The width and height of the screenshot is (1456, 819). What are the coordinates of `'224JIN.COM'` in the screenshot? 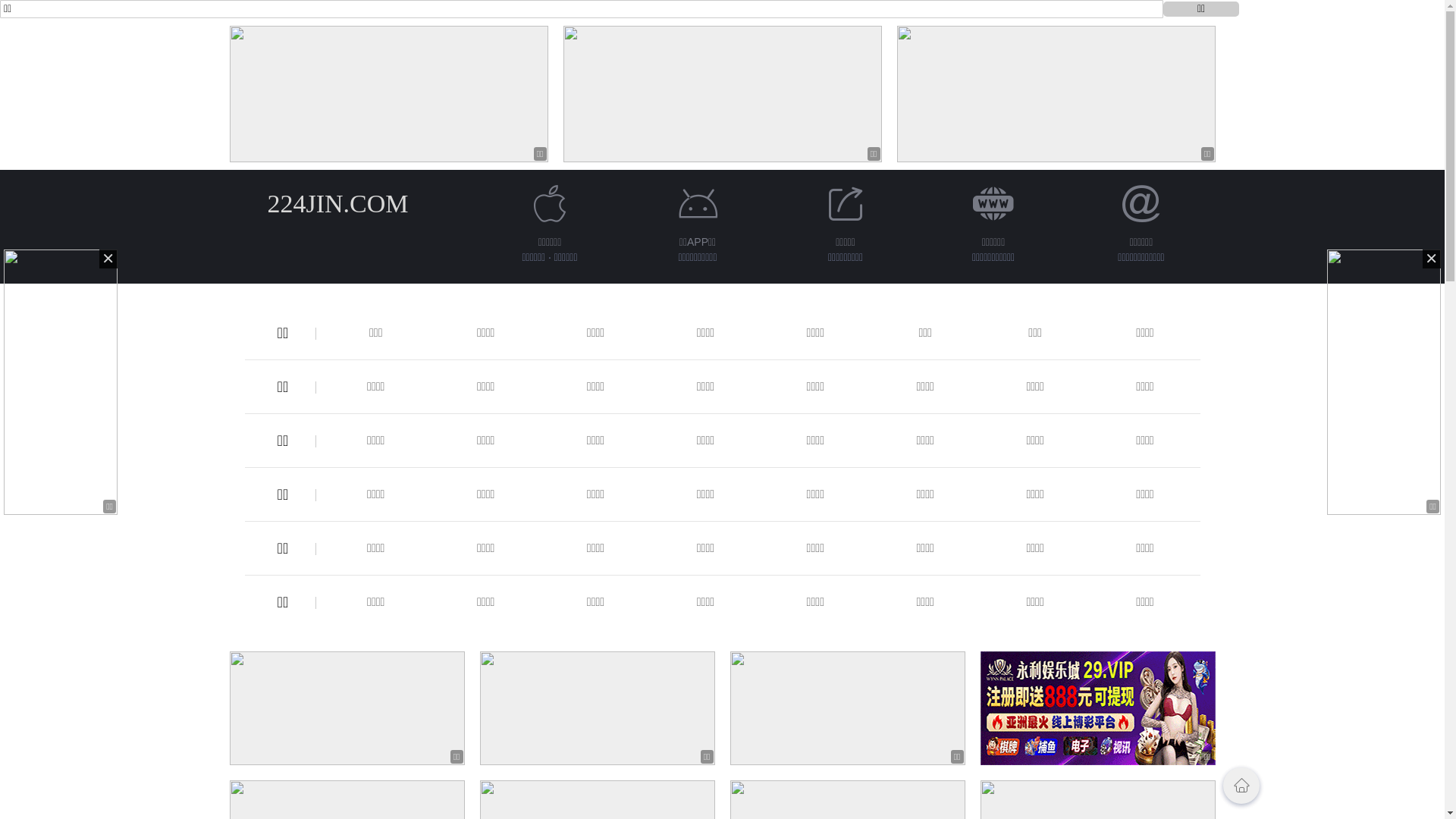 It's located at (337, 202).